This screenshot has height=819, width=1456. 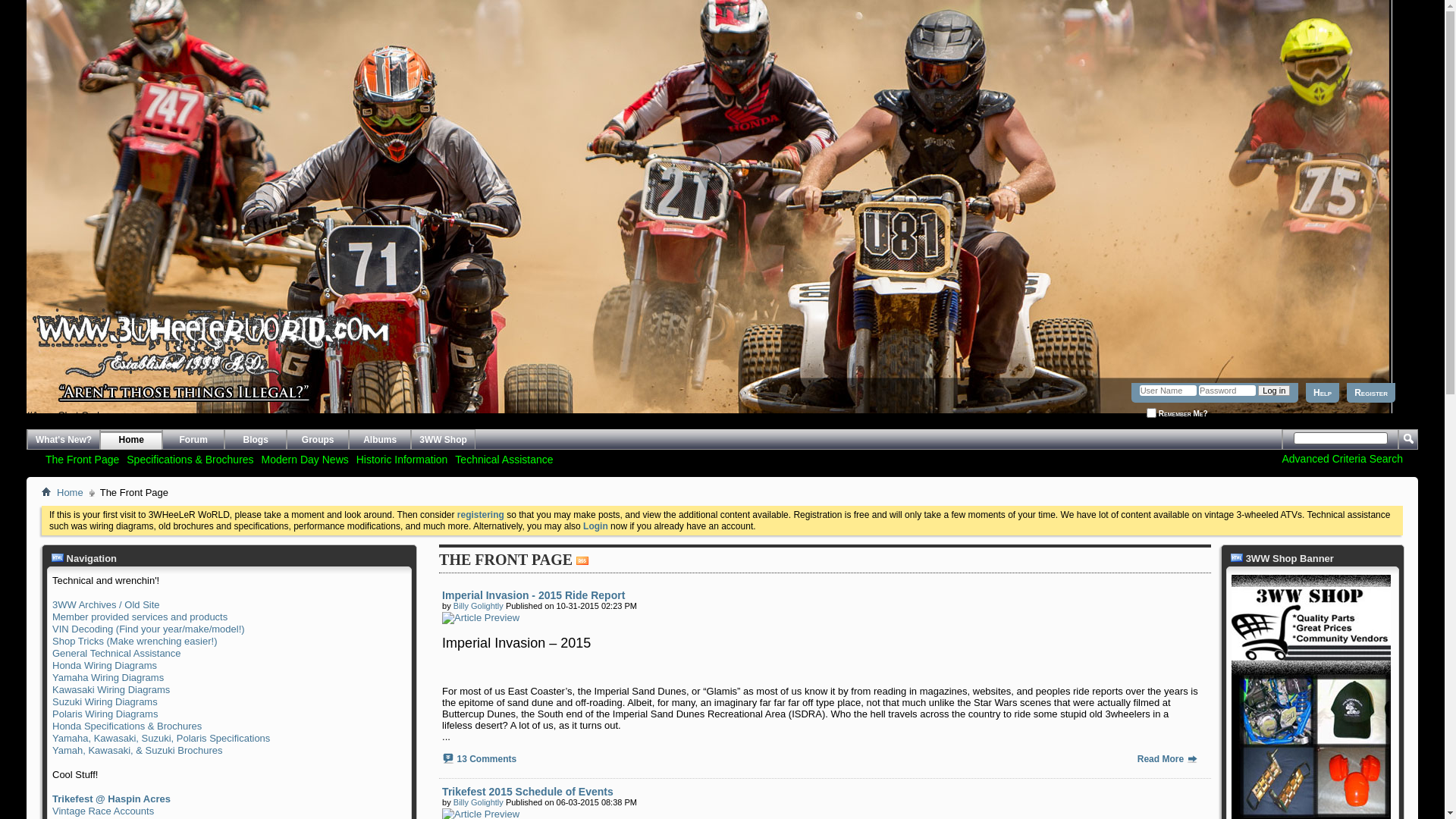 What do you see at coordinates (441, 791) in the screenshot?
I see `'Trikefest 2015 Schedule of Events'` at bounding box center [441, 791].